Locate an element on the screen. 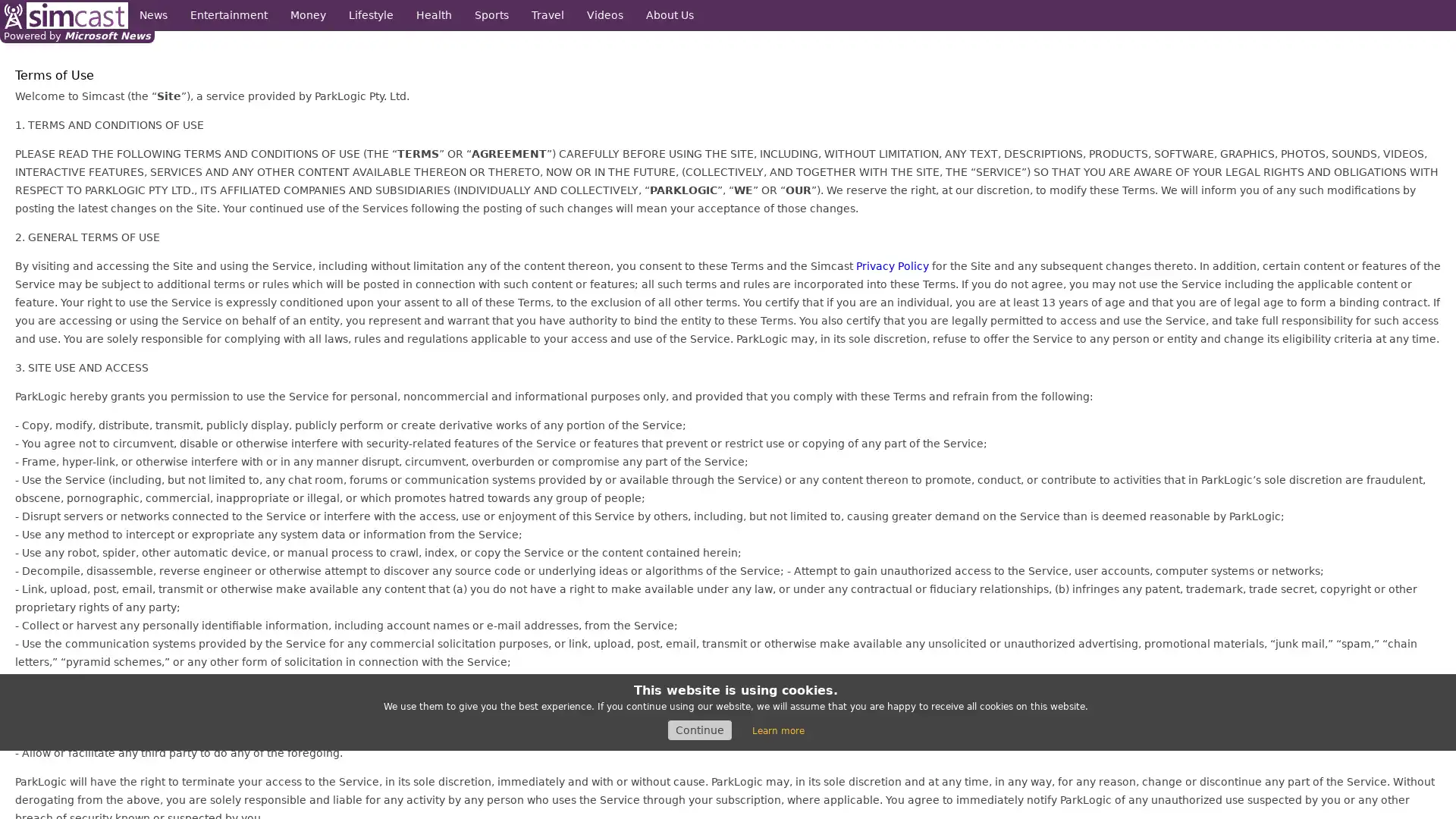 The width and height of the screenshot is (1456, 819). Continue is located at coordinates (698, 730).